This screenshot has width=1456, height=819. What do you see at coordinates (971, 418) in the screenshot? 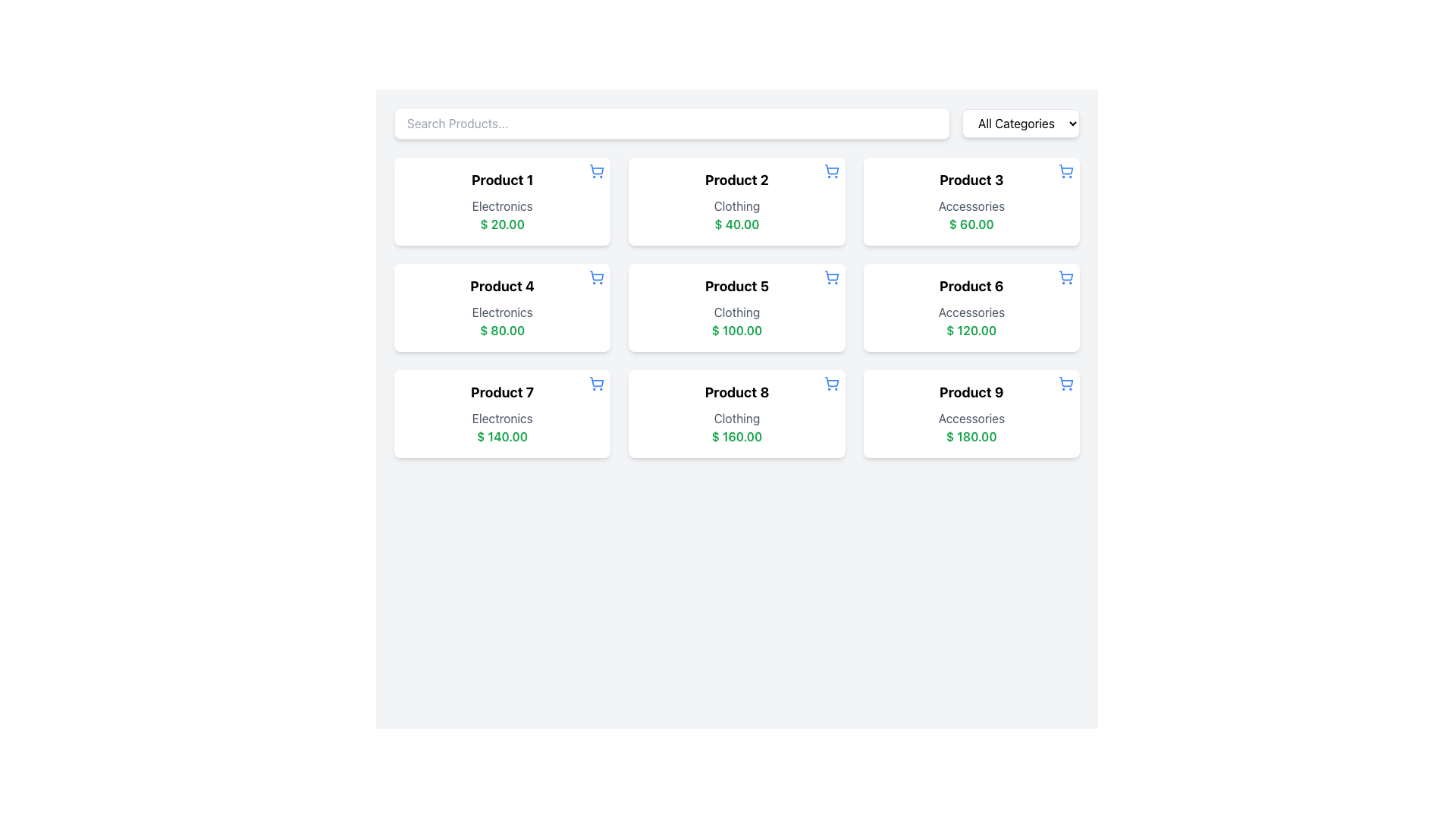
I see `the 'Accessories' text label displayed in light gray within the product card for 'Product 9', located beneath the title and above the price information` at bounding box center [971, 418].